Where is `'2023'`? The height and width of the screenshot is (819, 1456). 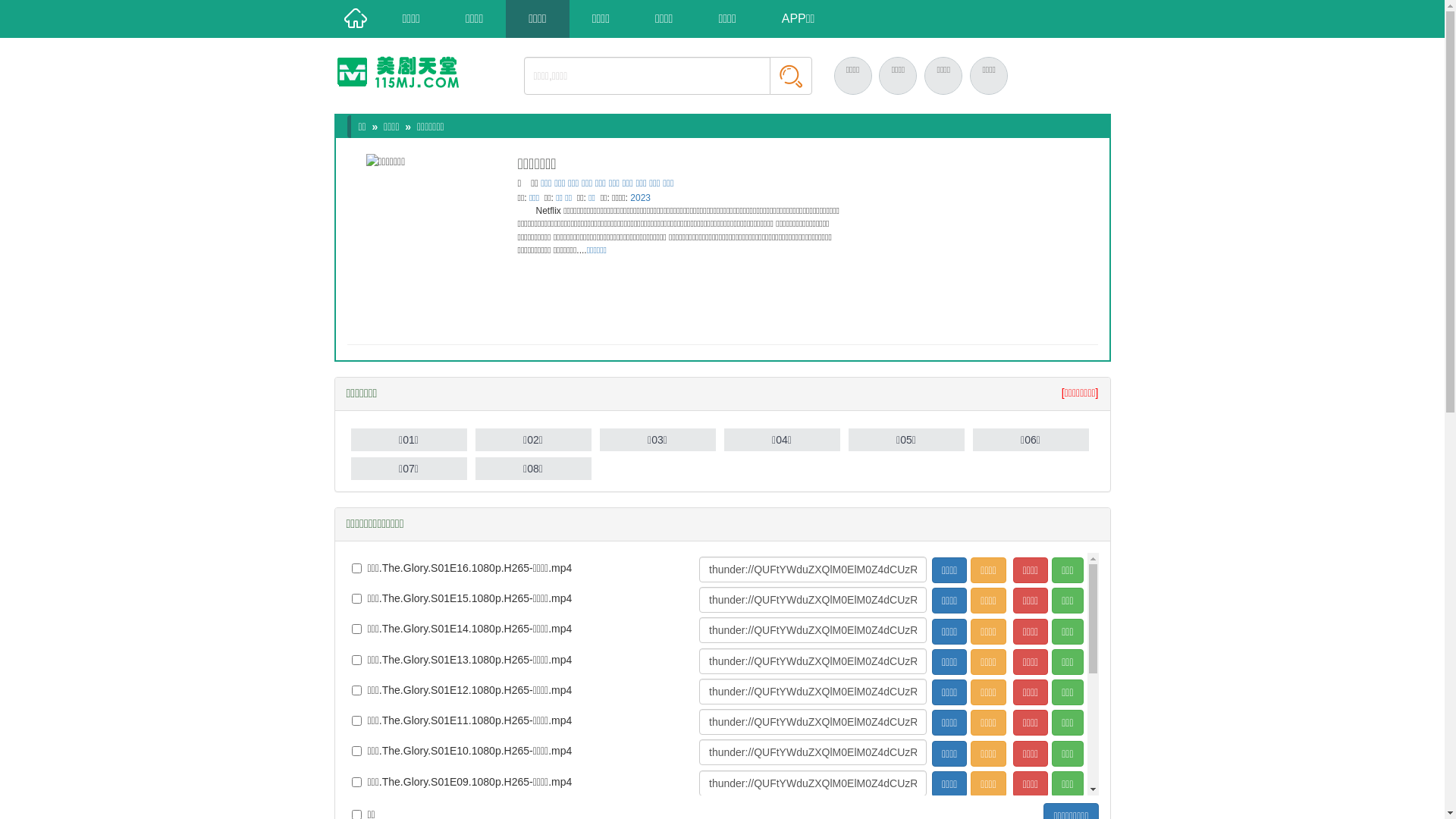 '2023' is located at coordinates (640, 197).